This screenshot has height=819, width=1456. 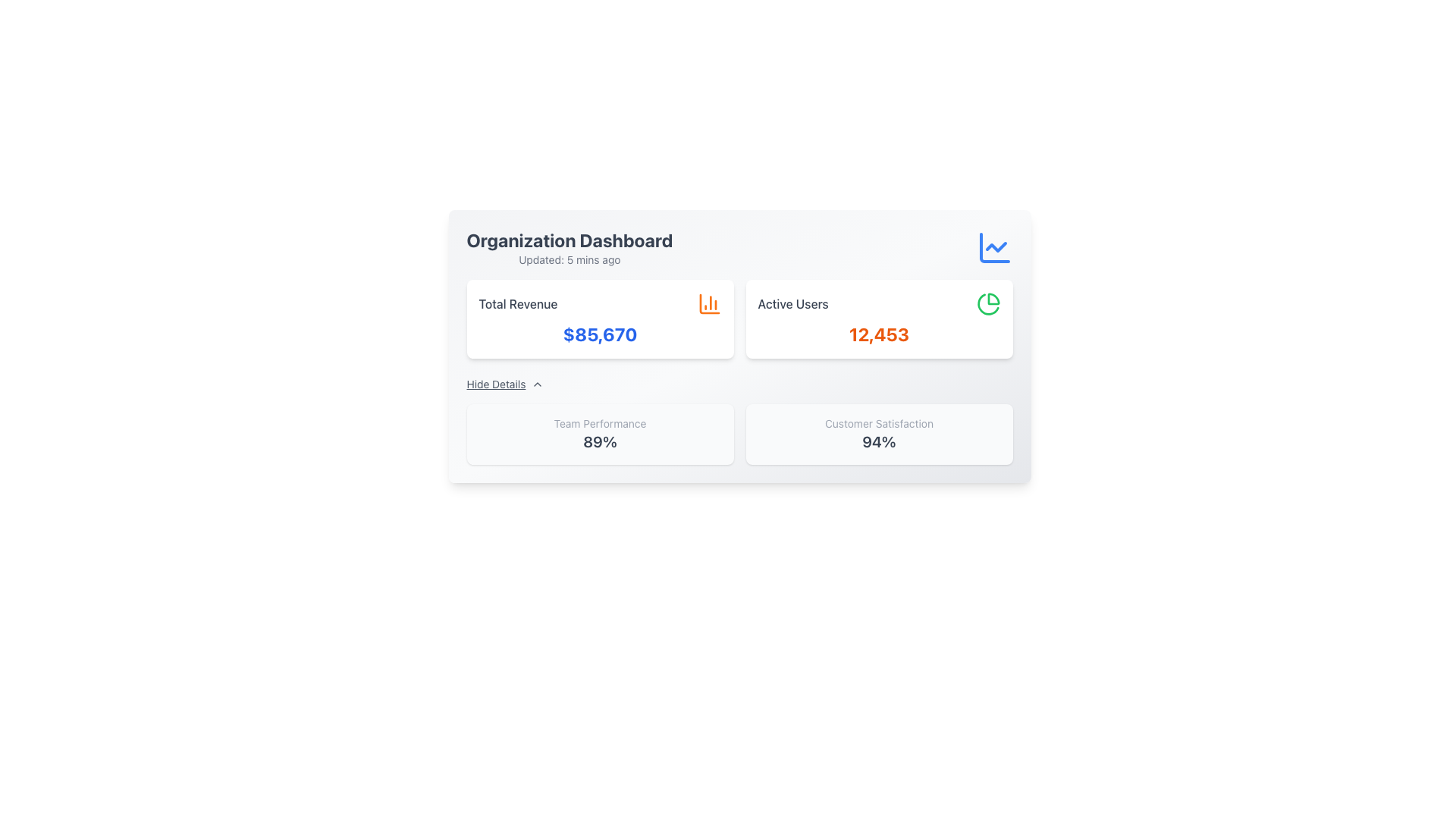 What do you see at coordinates (599, 441) in the screenshot?
I see `the static text displaying '89%' in bold dark gray font, located at the center-bottom of the 'Team Performance' card` at bounding box center [599, 441].